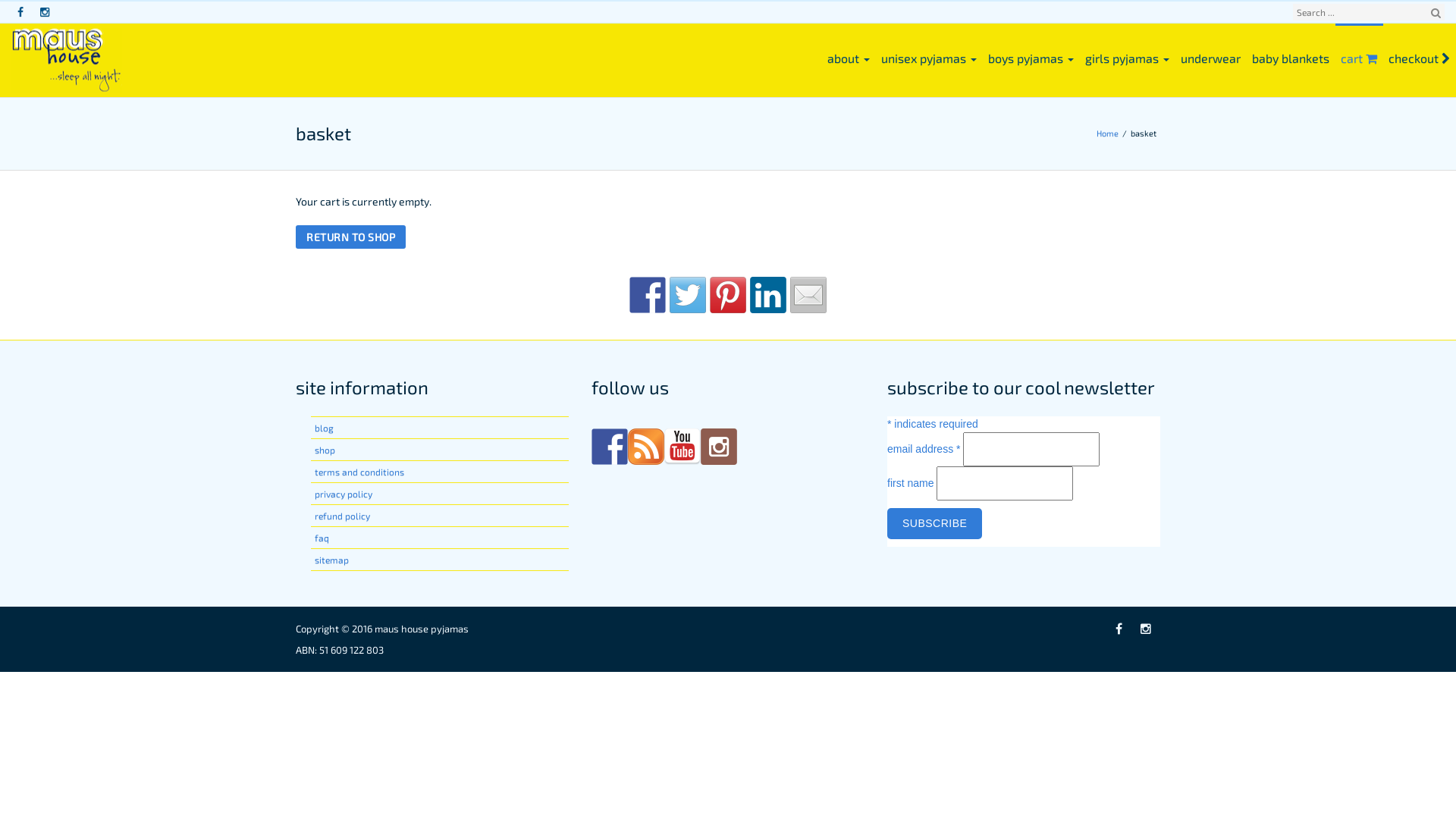 This screenshot has width=1456, height=819. I want to click on 'boys pyjamas', so click(983, 57).